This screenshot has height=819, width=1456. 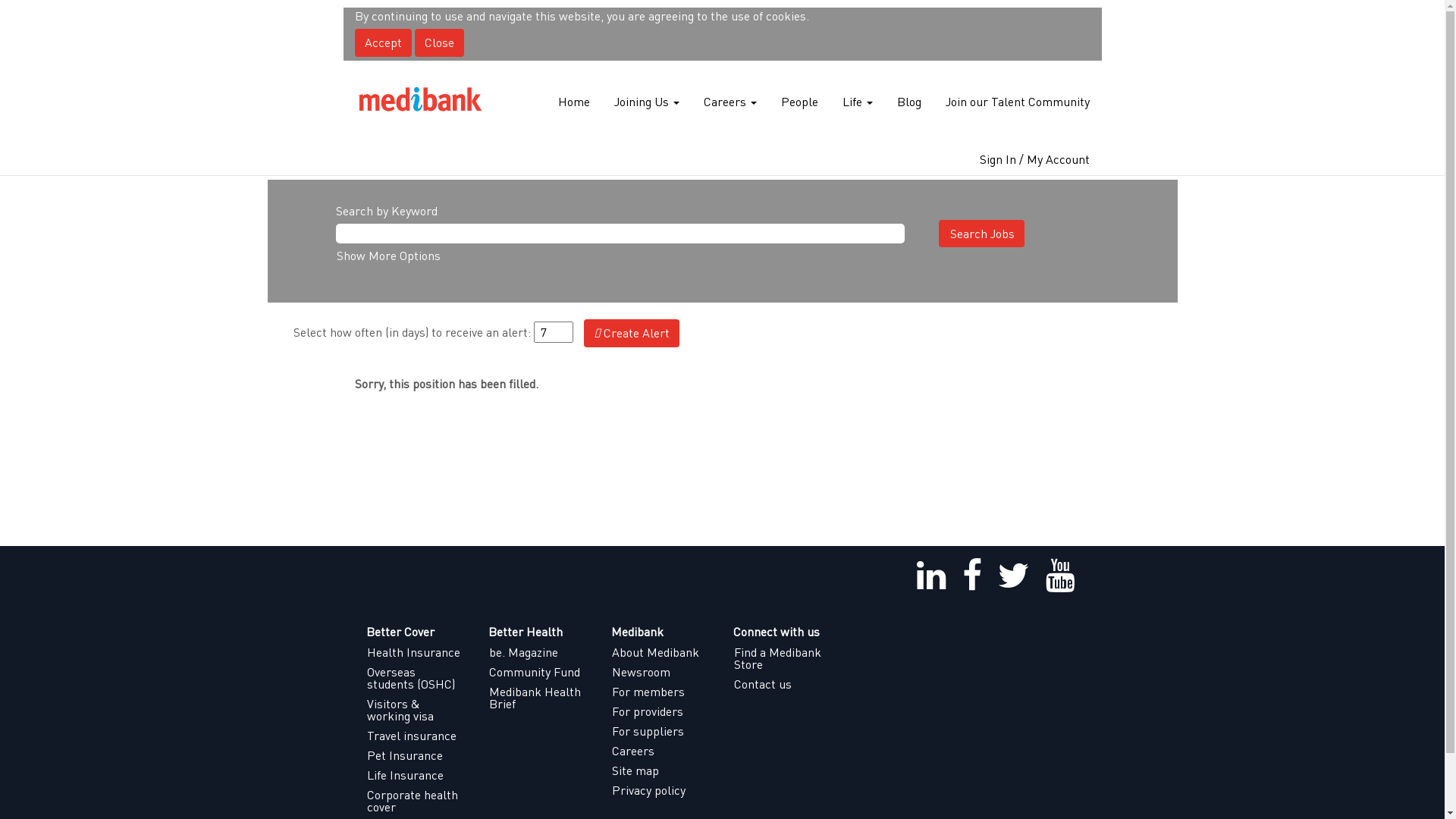 What do you see at coordinates (661, 671) in the screenshot?
I see `'Newsroom'` at bounding box center [661, 671].